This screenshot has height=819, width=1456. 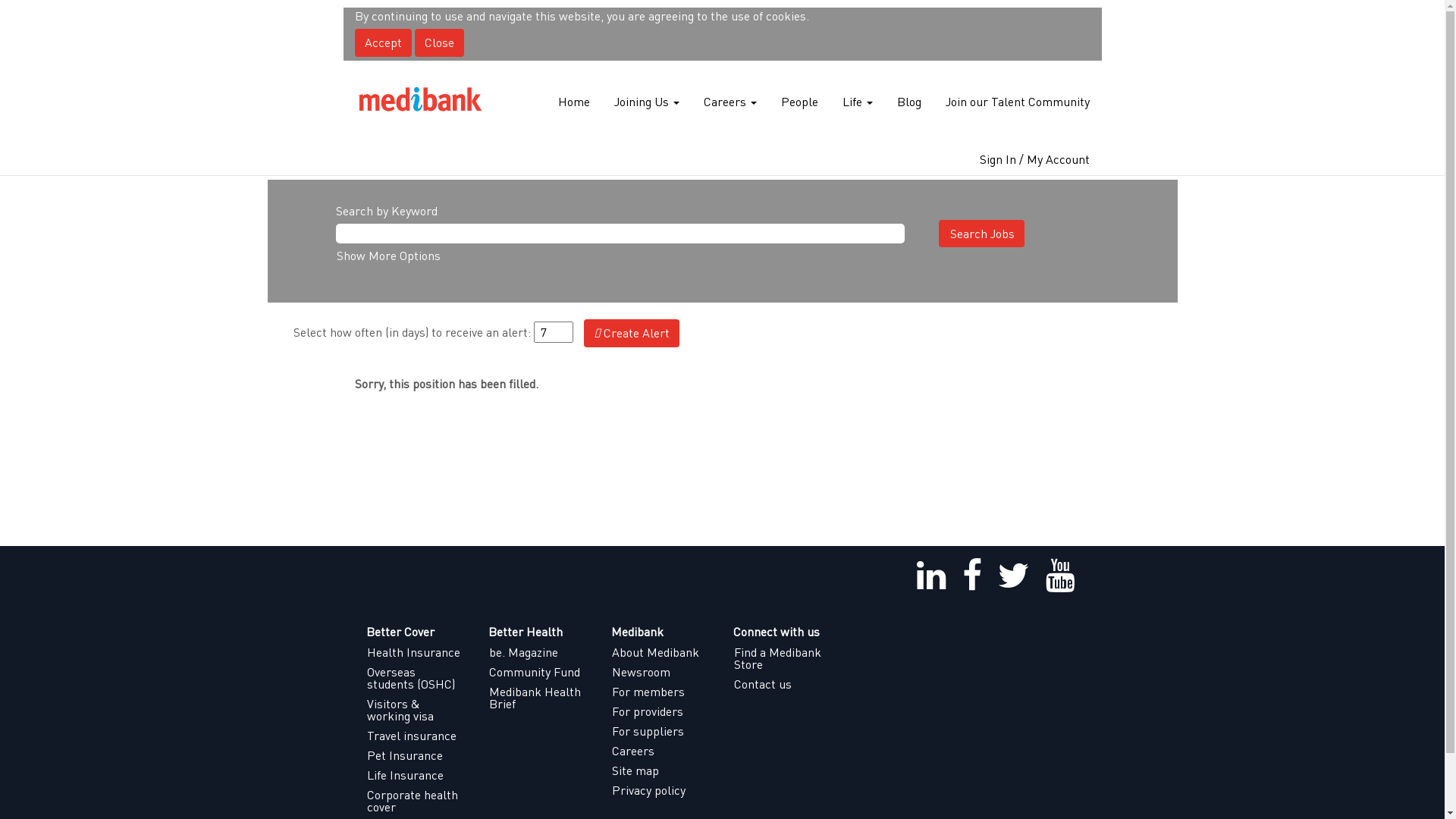 What do you see at coordinates (661, 671) in the screenshot?
I see `'Newsroom'` at bounding box center [661, 671].